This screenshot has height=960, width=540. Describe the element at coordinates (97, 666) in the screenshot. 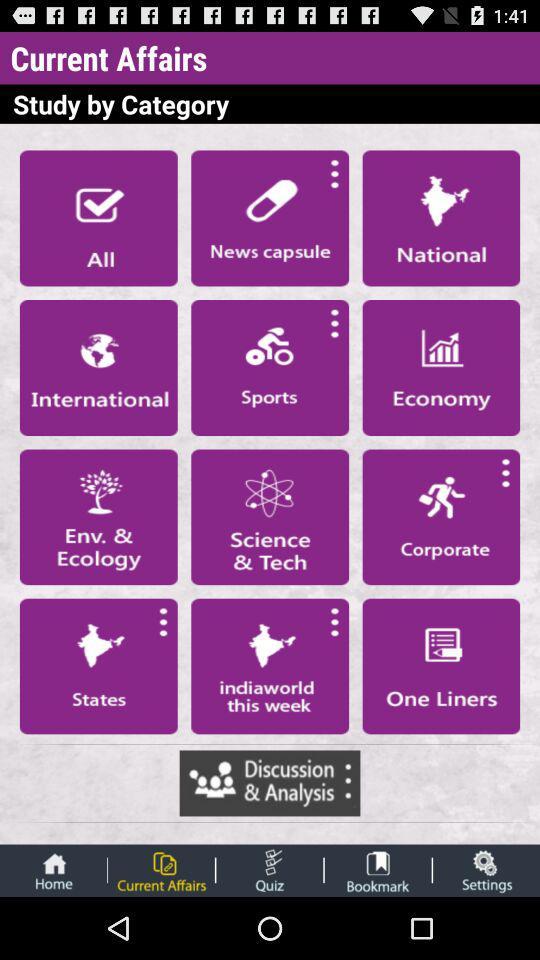

I see `the states category` at that location.